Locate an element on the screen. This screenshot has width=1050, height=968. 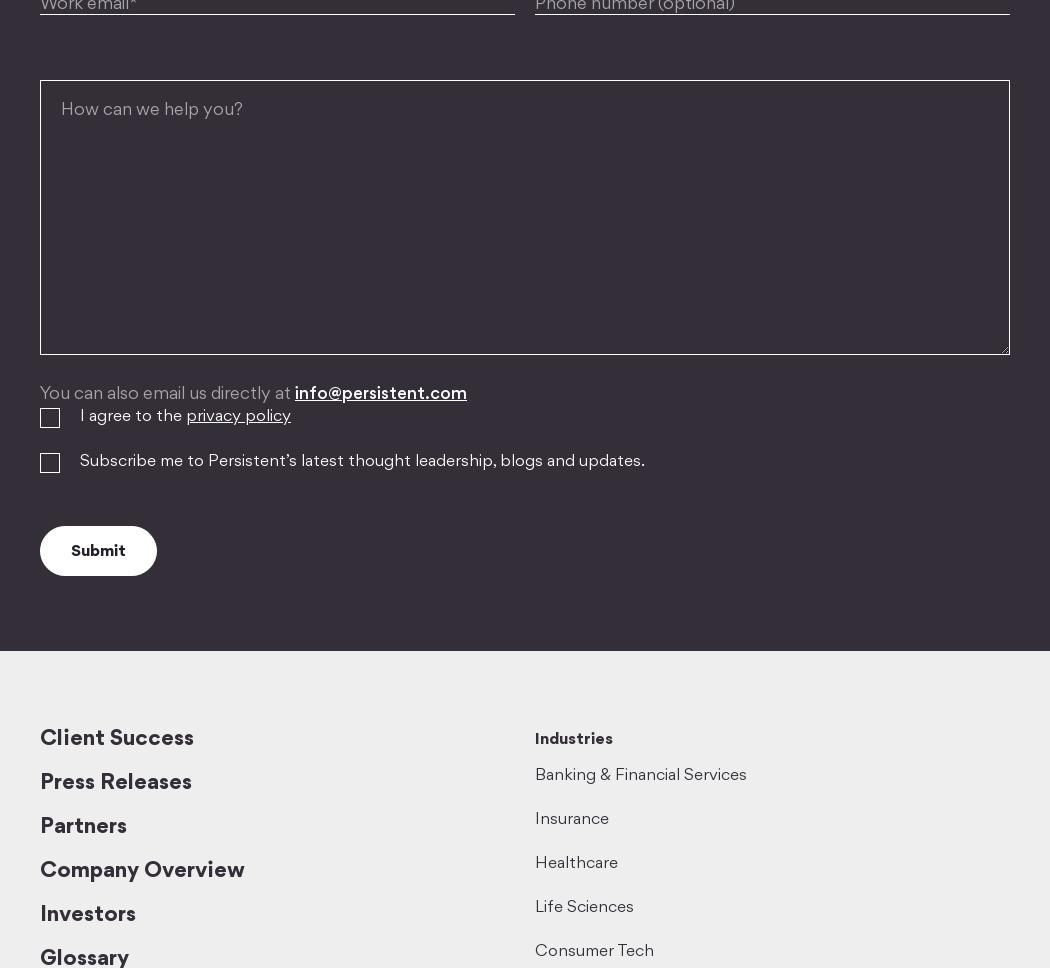
'Partners' is located at coordinates (83, 827).